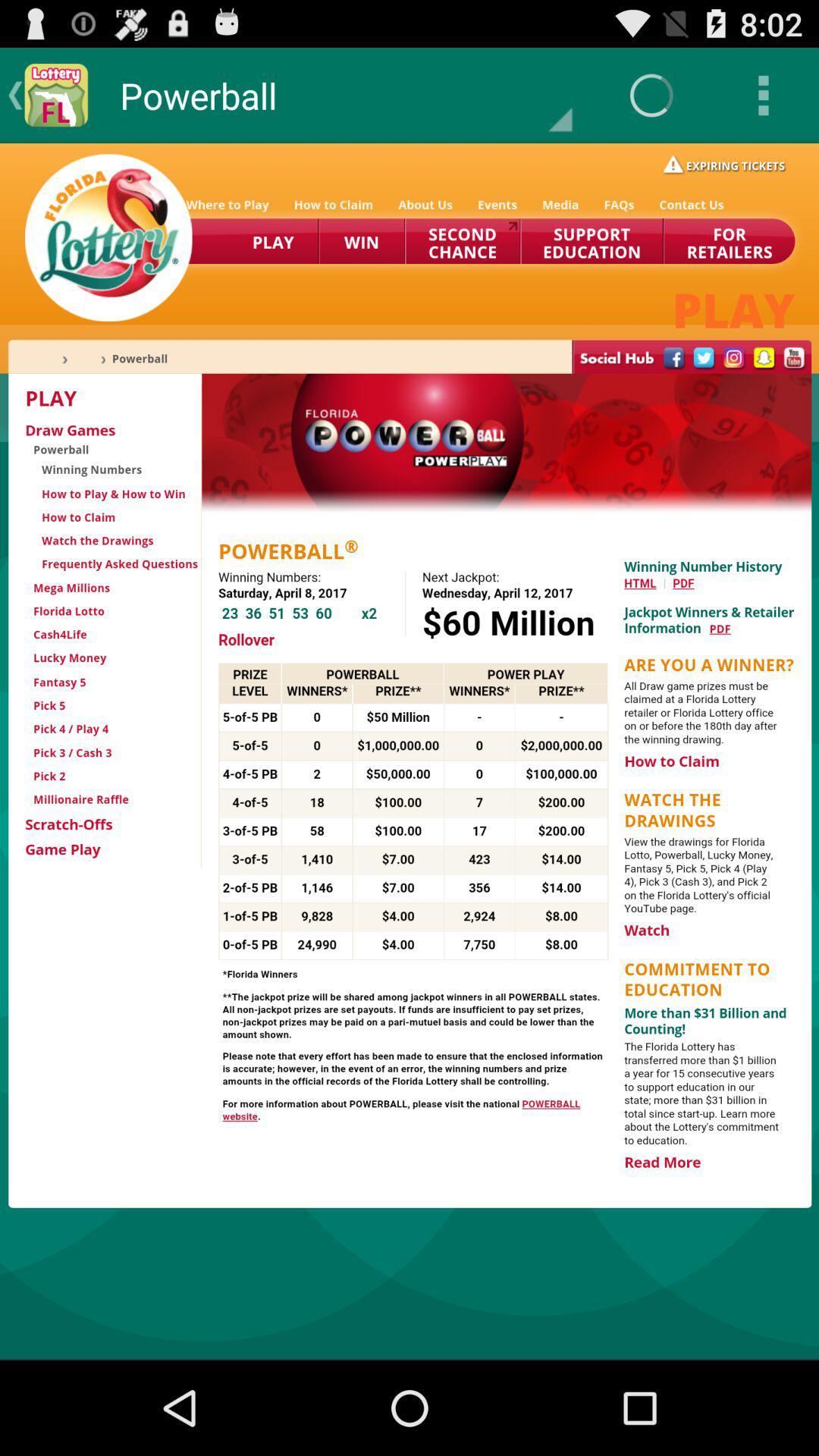 The height and width of the screenshot is (1456, 819). What do you see at coordinates (409, 751) in the screenshot?
I see `image` at bounding box center [409, 751].